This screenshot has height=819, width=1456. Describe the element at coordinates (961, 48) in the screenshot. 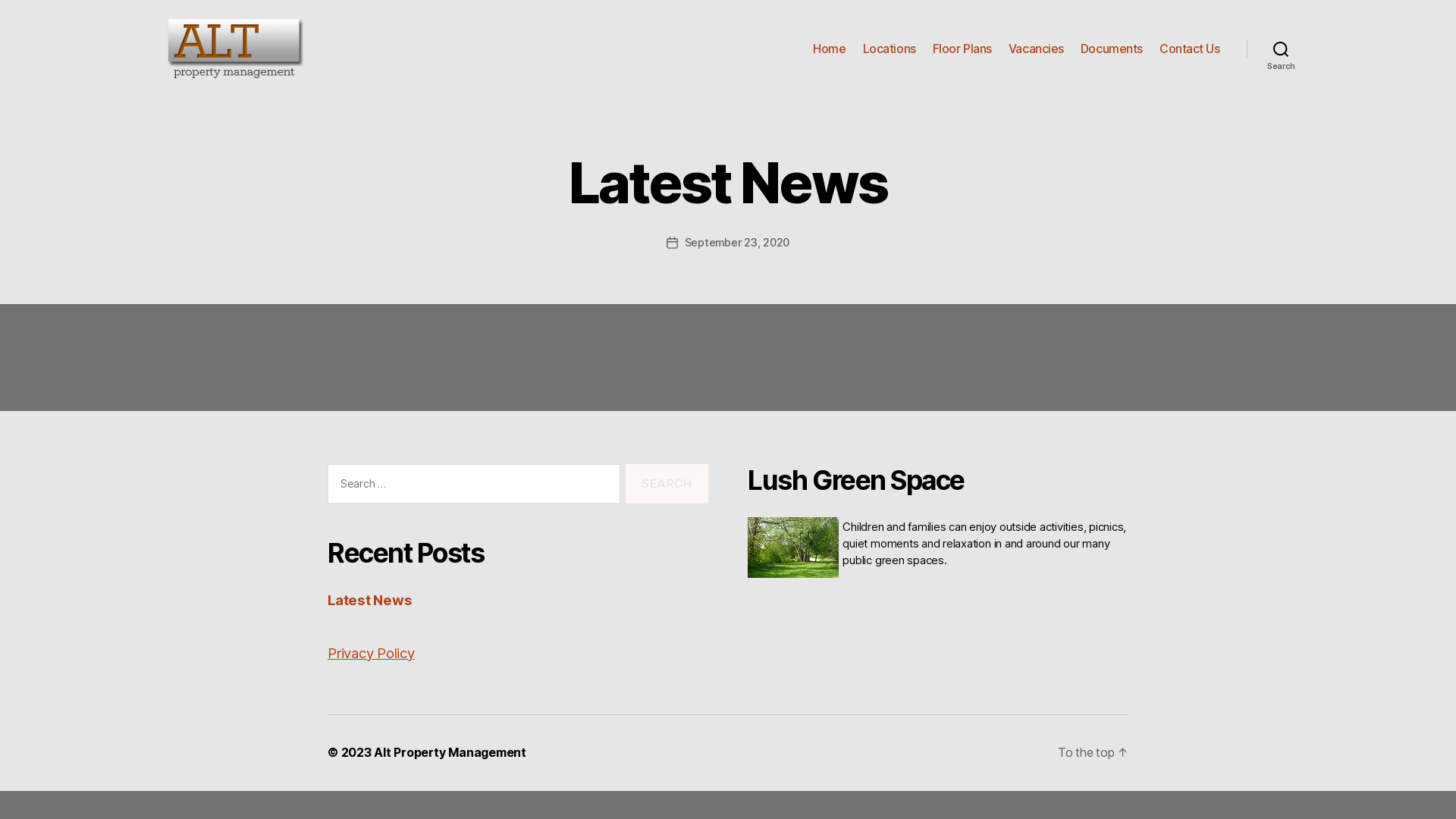

I see `'Floor Plans'` at that location.